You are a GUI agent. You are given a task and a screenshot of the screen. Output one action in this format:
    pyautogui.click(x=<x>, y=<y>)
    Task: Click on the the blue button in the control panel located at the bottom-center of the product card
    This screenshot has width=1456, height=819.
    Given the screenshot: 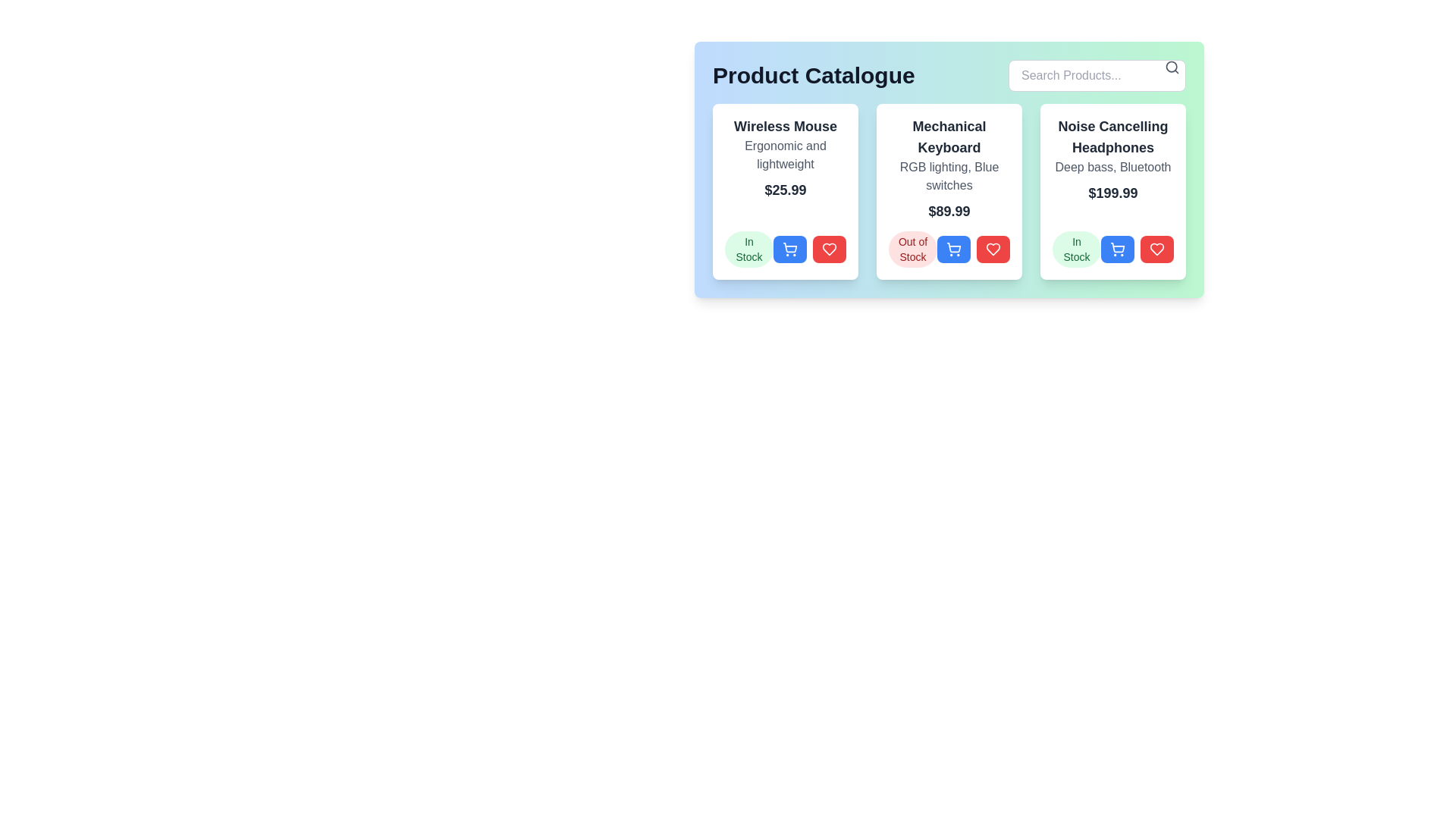 What is the action you would take?
    pyautogui.click(x=809, y=248)
    